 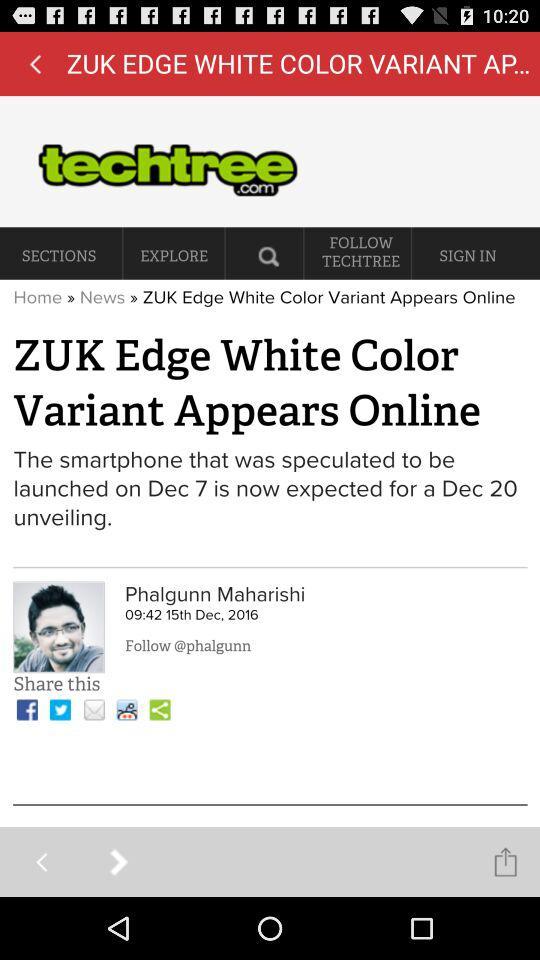 I want to click on the arrow_backward icon, so click(x=41, y=922).